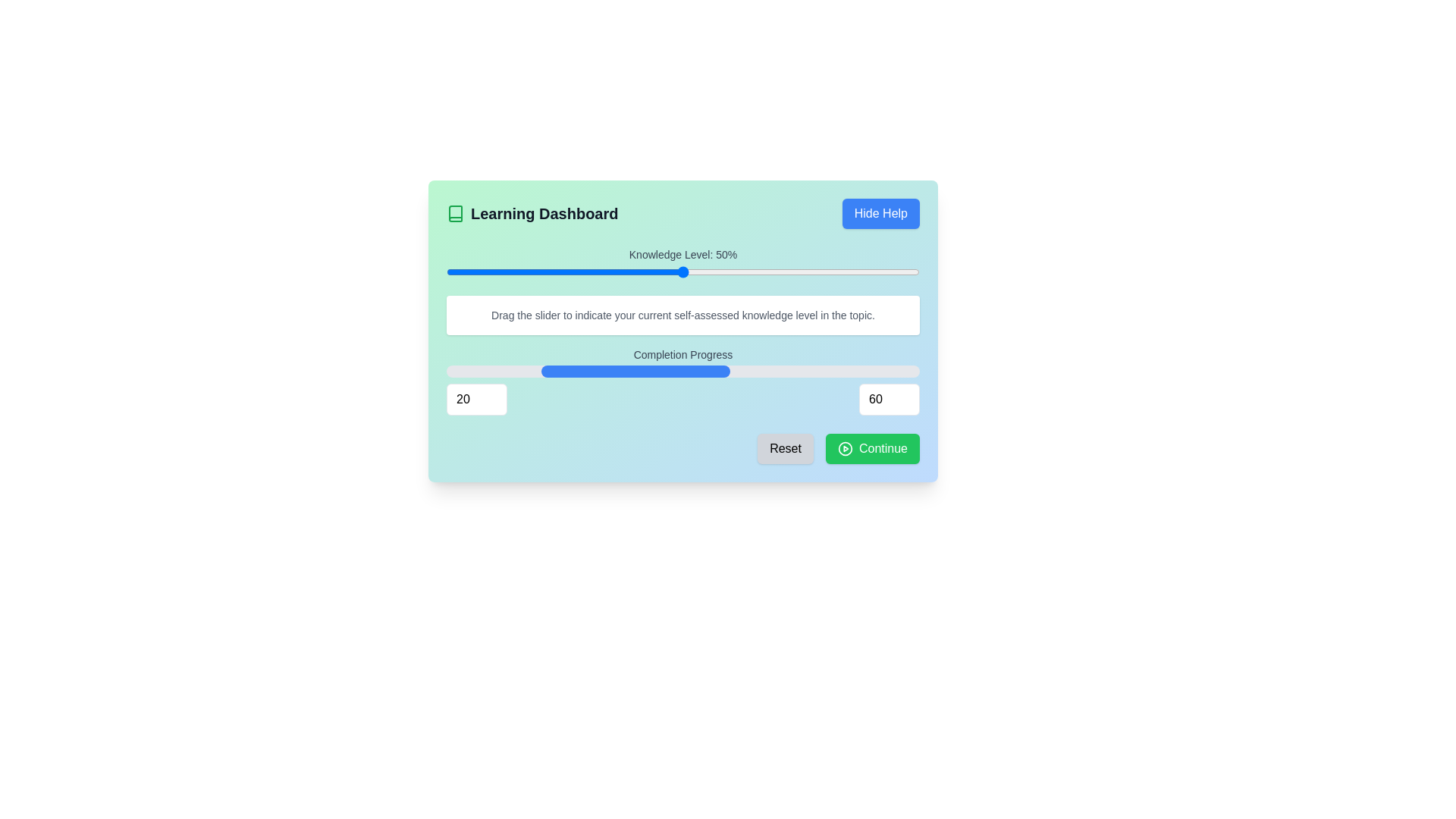 The image size is (1456, 819). I want to click on the 'Learning Dashboard' label, which features a bold text and a green book icon, positioned at the top center of the interface, so click(532, 213).